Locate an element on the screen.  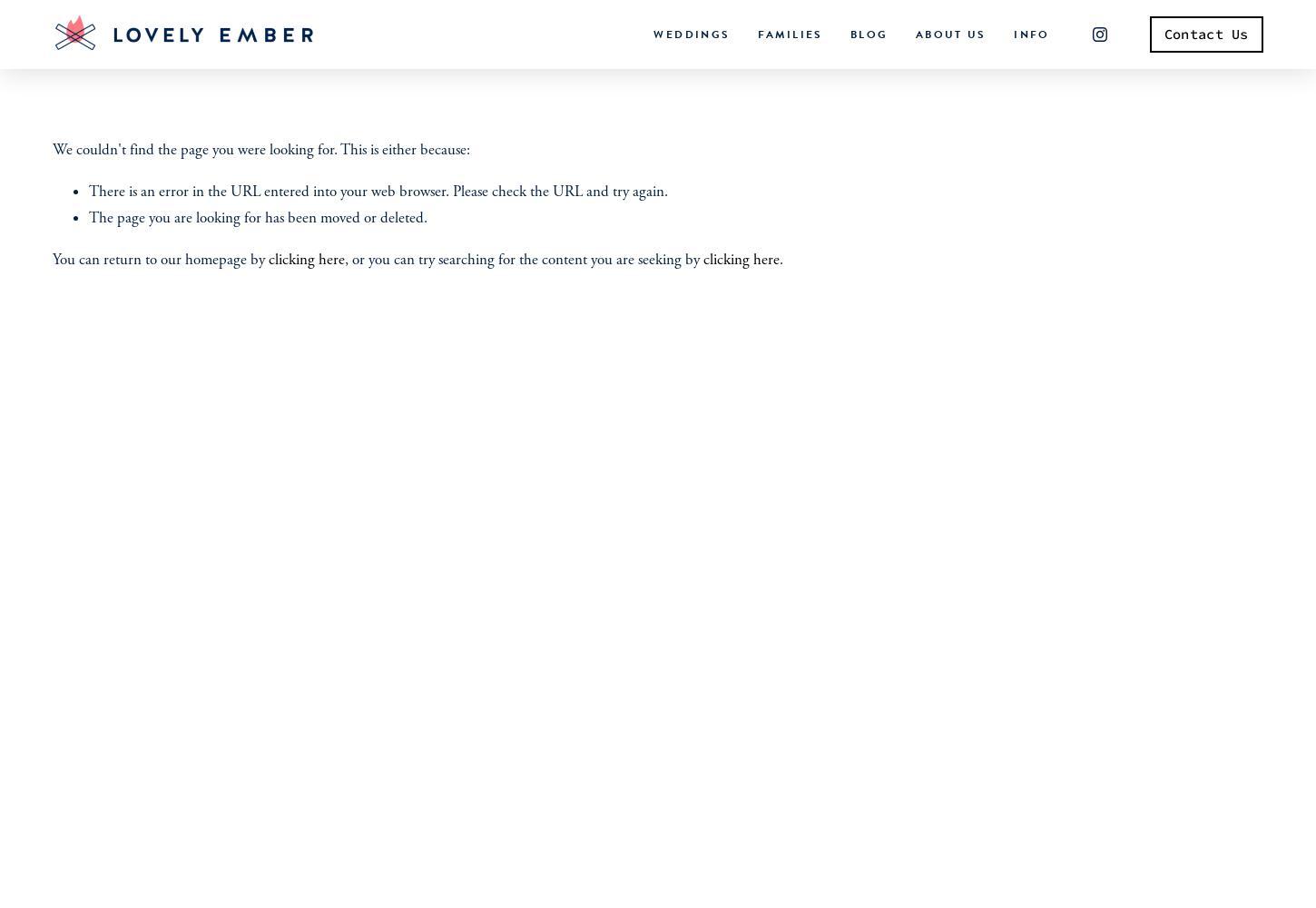
', or you can try searching for the
  content you are seeking by' is located at coordinates (524, 259).